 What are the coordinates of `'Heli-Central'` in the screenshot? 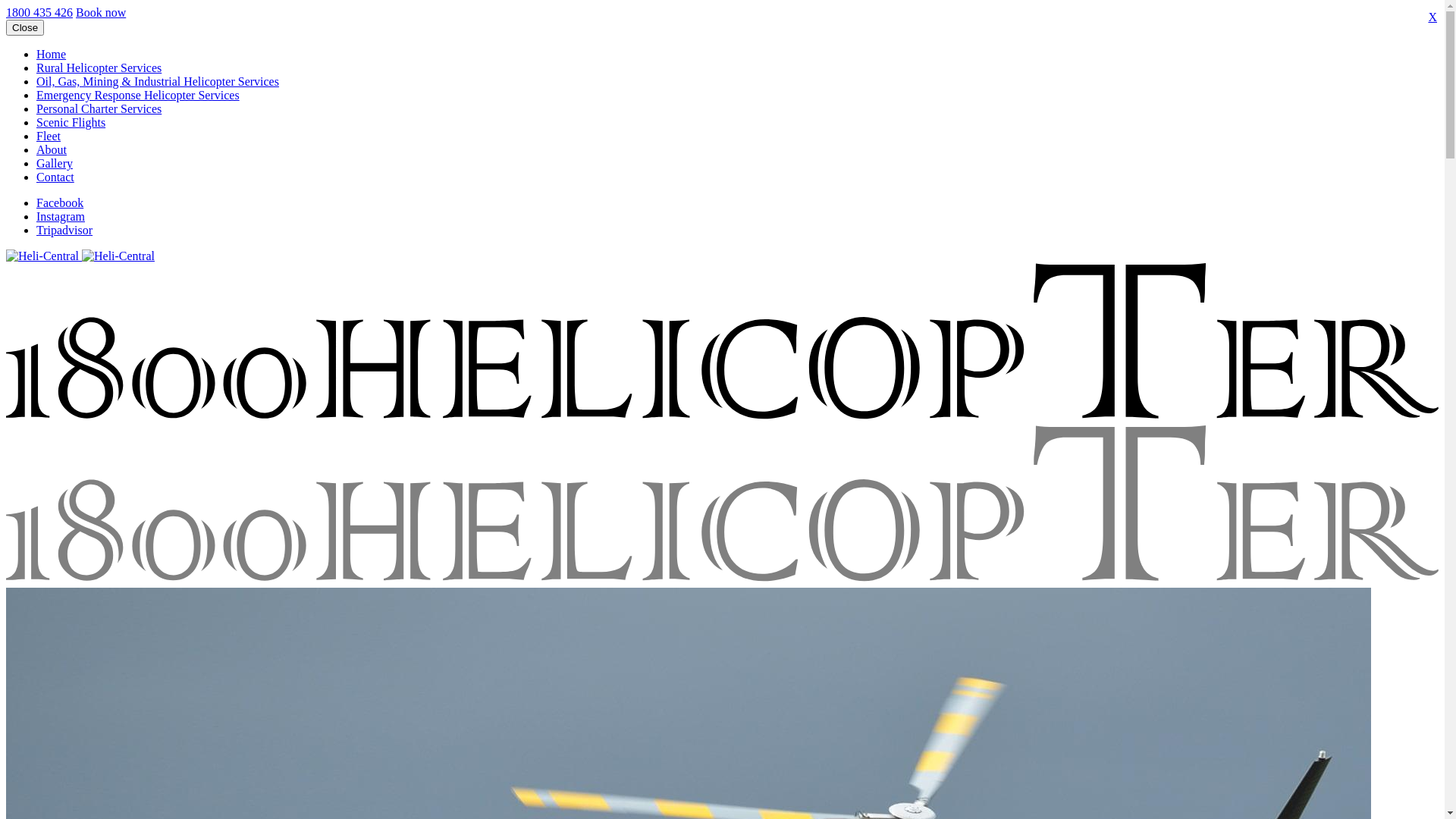 It's located at (6, 256).